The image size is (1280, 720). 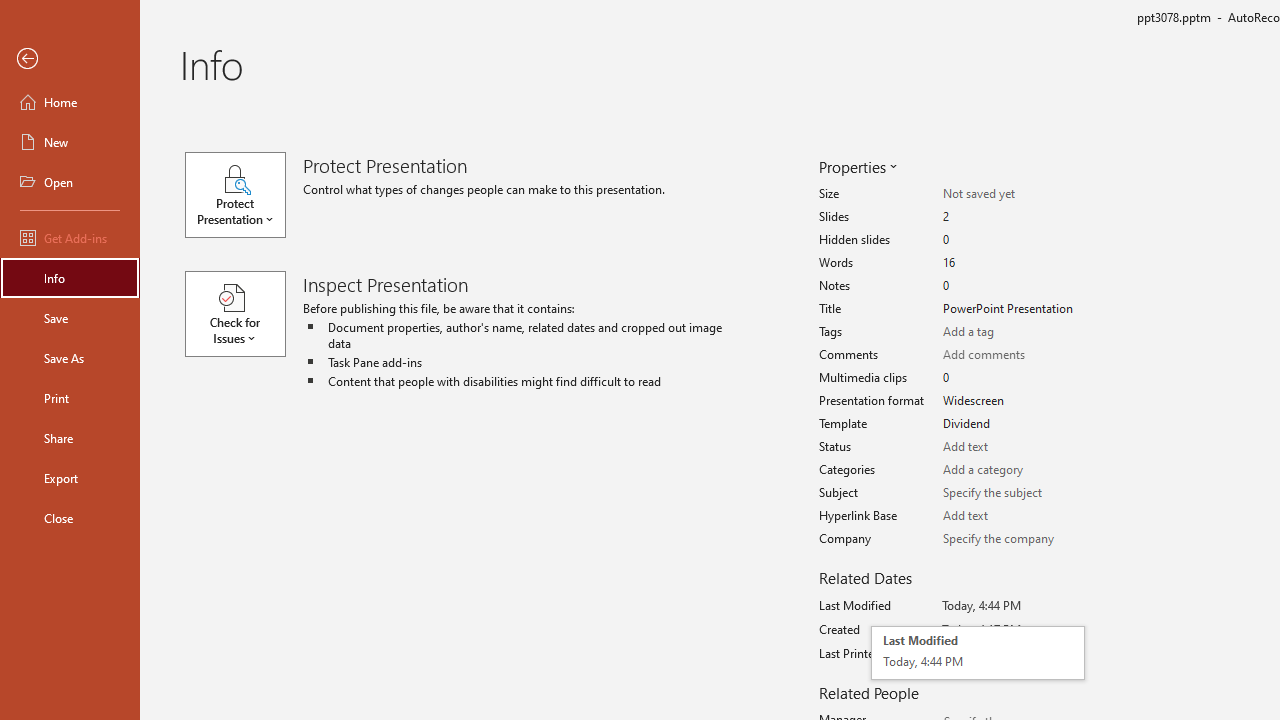 What do you see at coordinates (243, 313) in the screenshot?
I see `'Check for Issues'` at bounding box center [243, 313].